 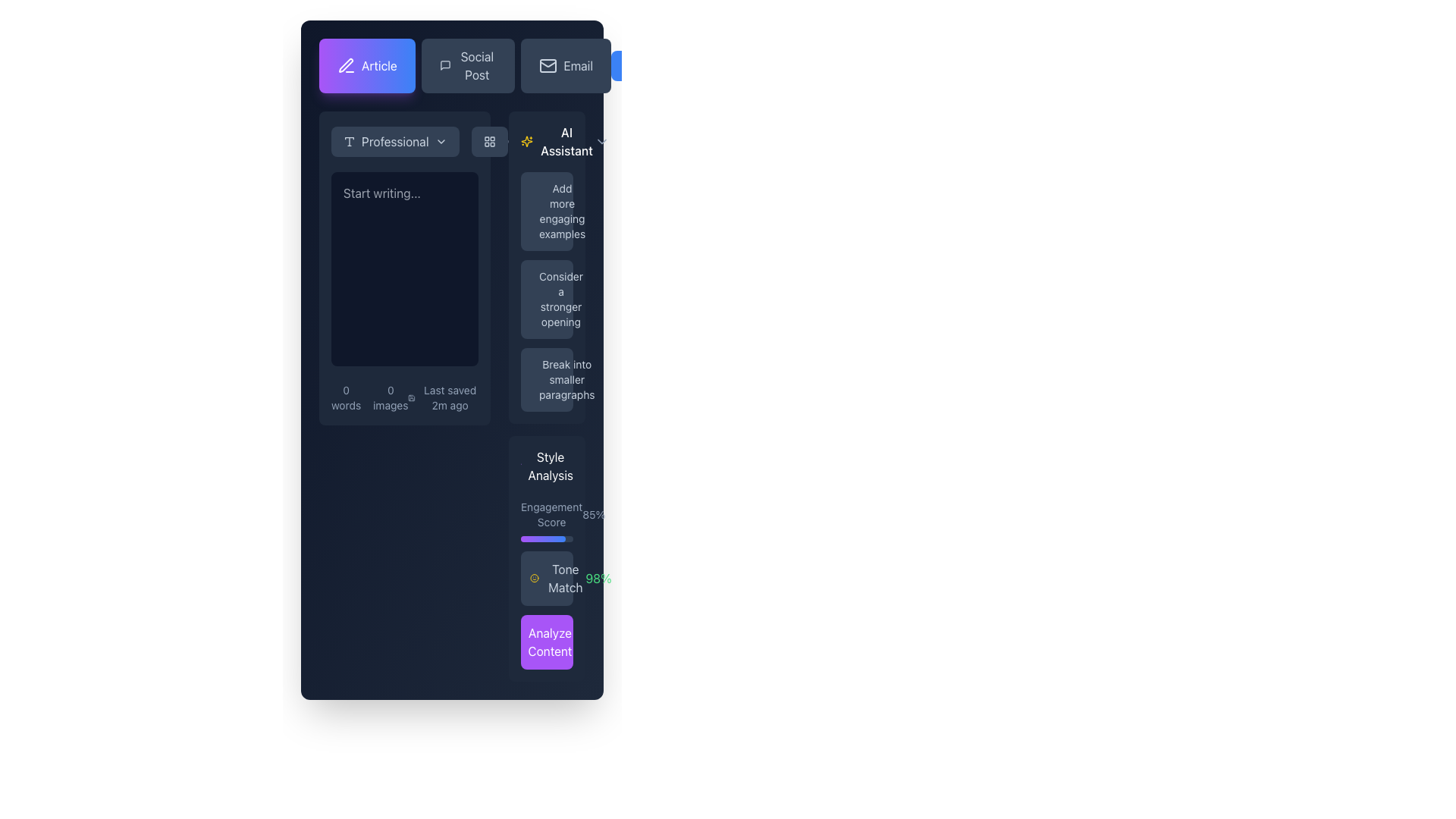 I want to click on the 'Social Post' button, which is the second button in a row of three buttons labeled 'Article', 'Social Post', and 'Email', so click(x=451, y=65).